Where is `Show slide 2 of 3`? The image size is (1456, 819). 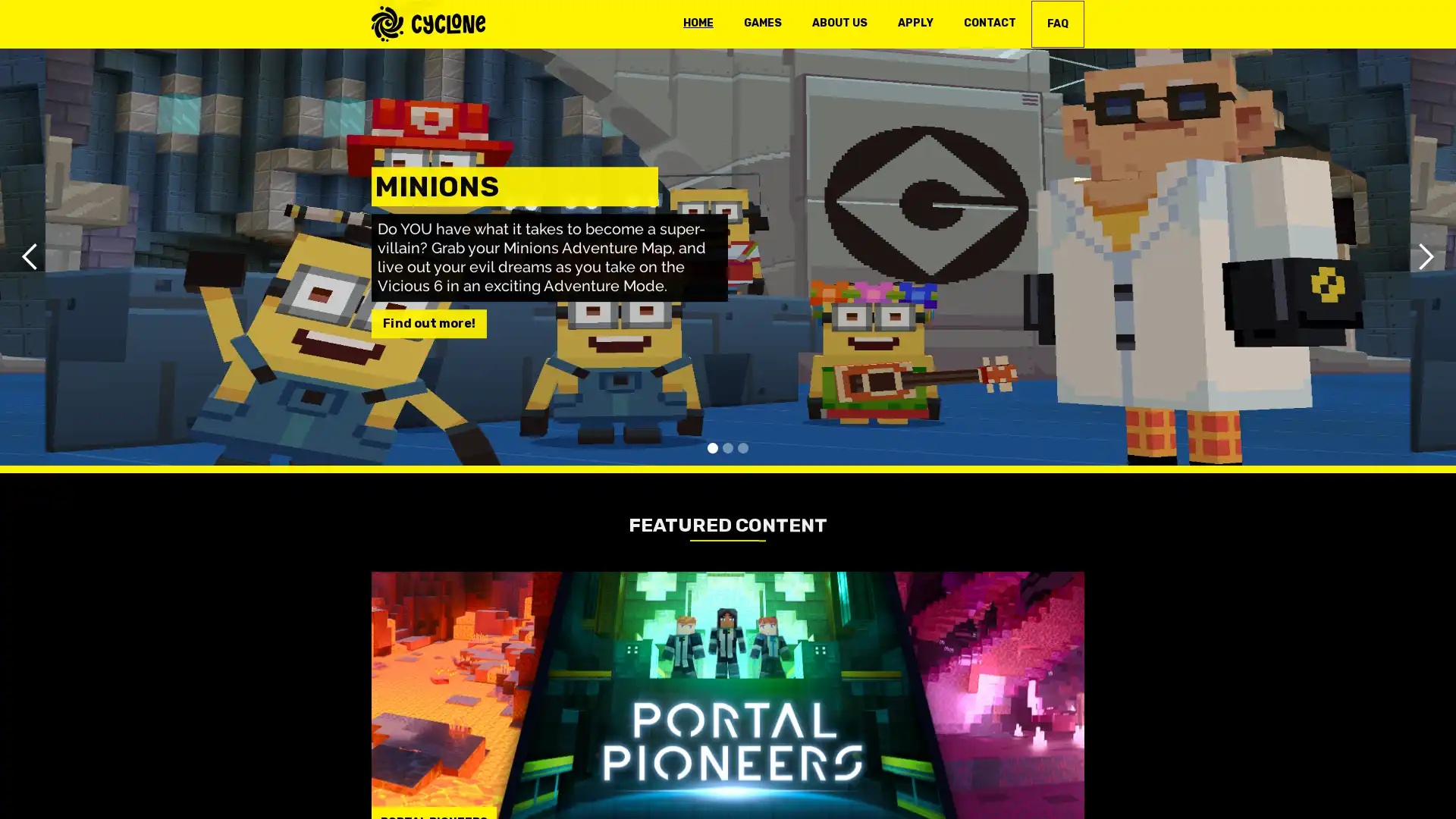 Show slide 2 of 3 is located at coordinates (728, 447).